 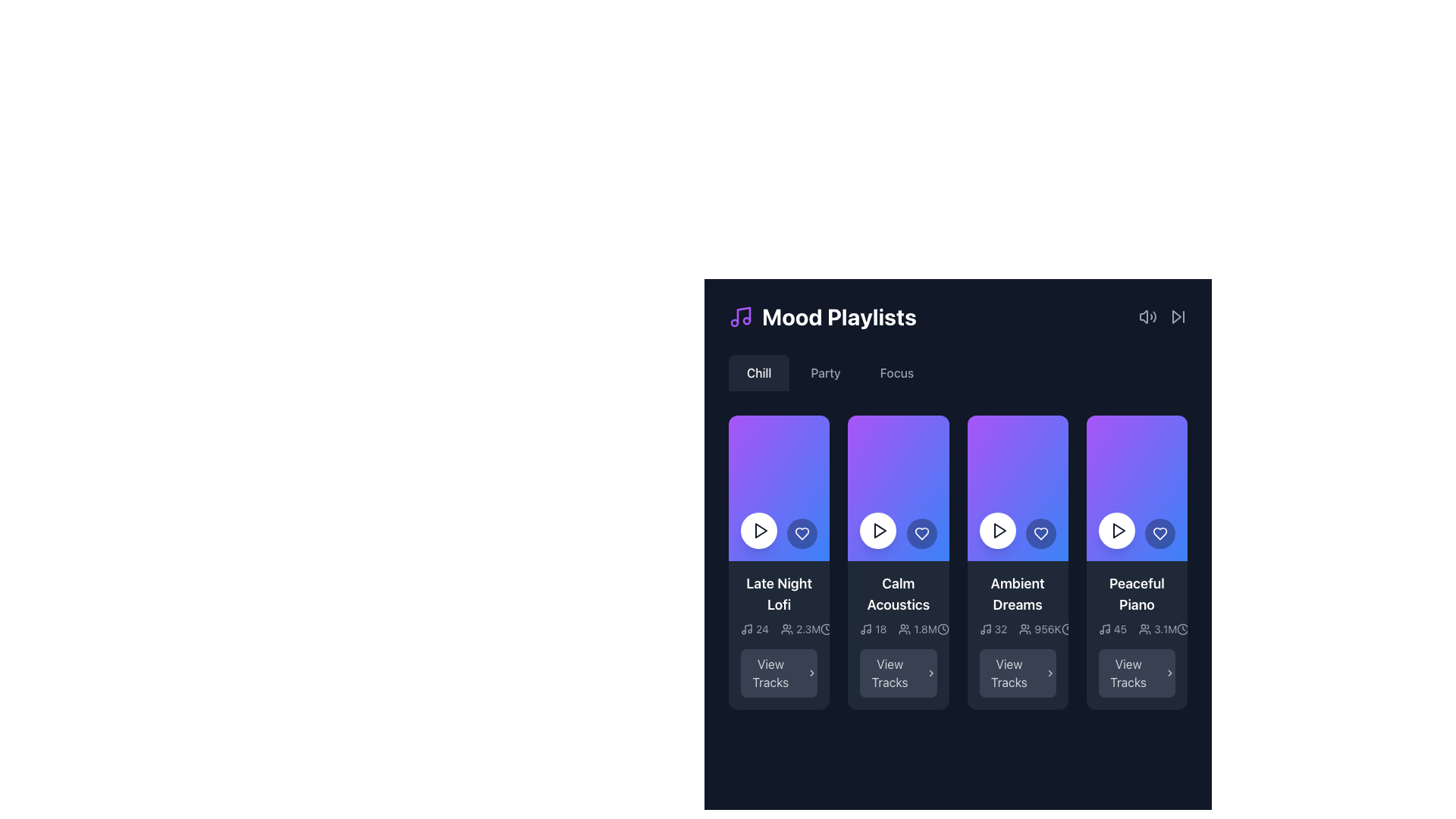 What do you see at coordinates (779, 629) in the screenshot?
I see `the icon and text displaying '2.3M' within the 'Late Night Lofi' playlist section, located in the bottom area of the playlist` at bounding box center [779, 629].